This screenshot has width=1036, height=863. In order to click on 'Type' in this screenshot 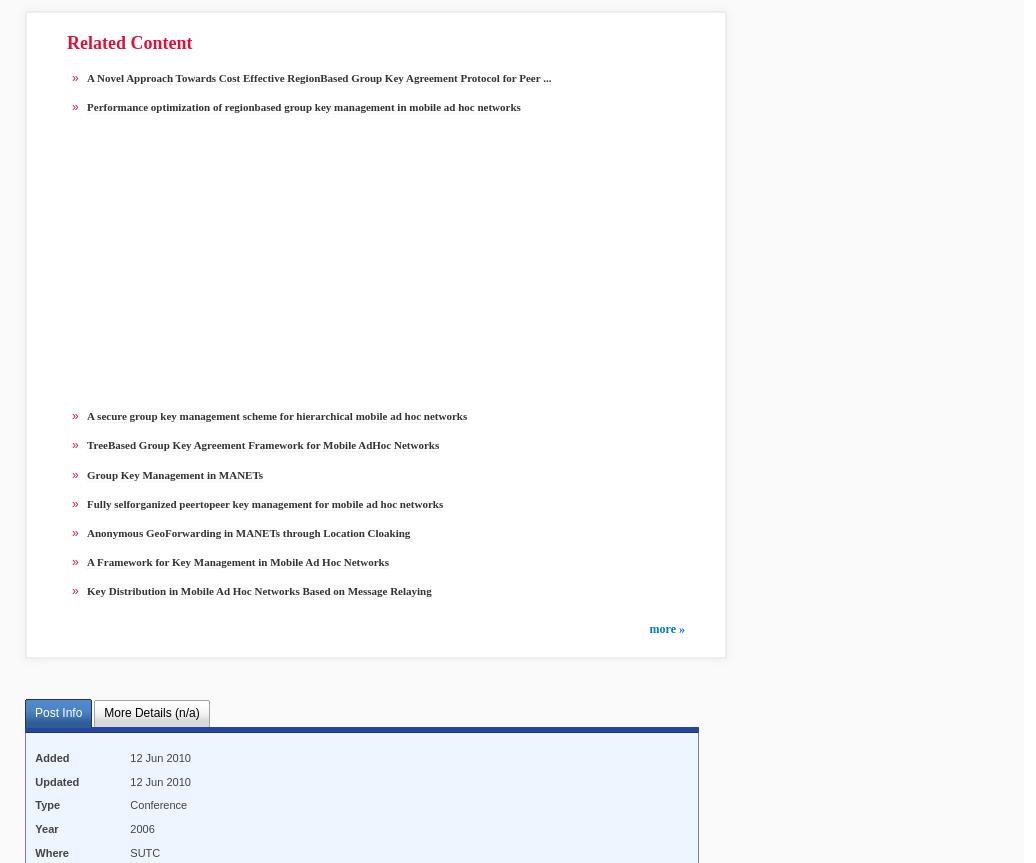, I will do `click(35, 804)`.